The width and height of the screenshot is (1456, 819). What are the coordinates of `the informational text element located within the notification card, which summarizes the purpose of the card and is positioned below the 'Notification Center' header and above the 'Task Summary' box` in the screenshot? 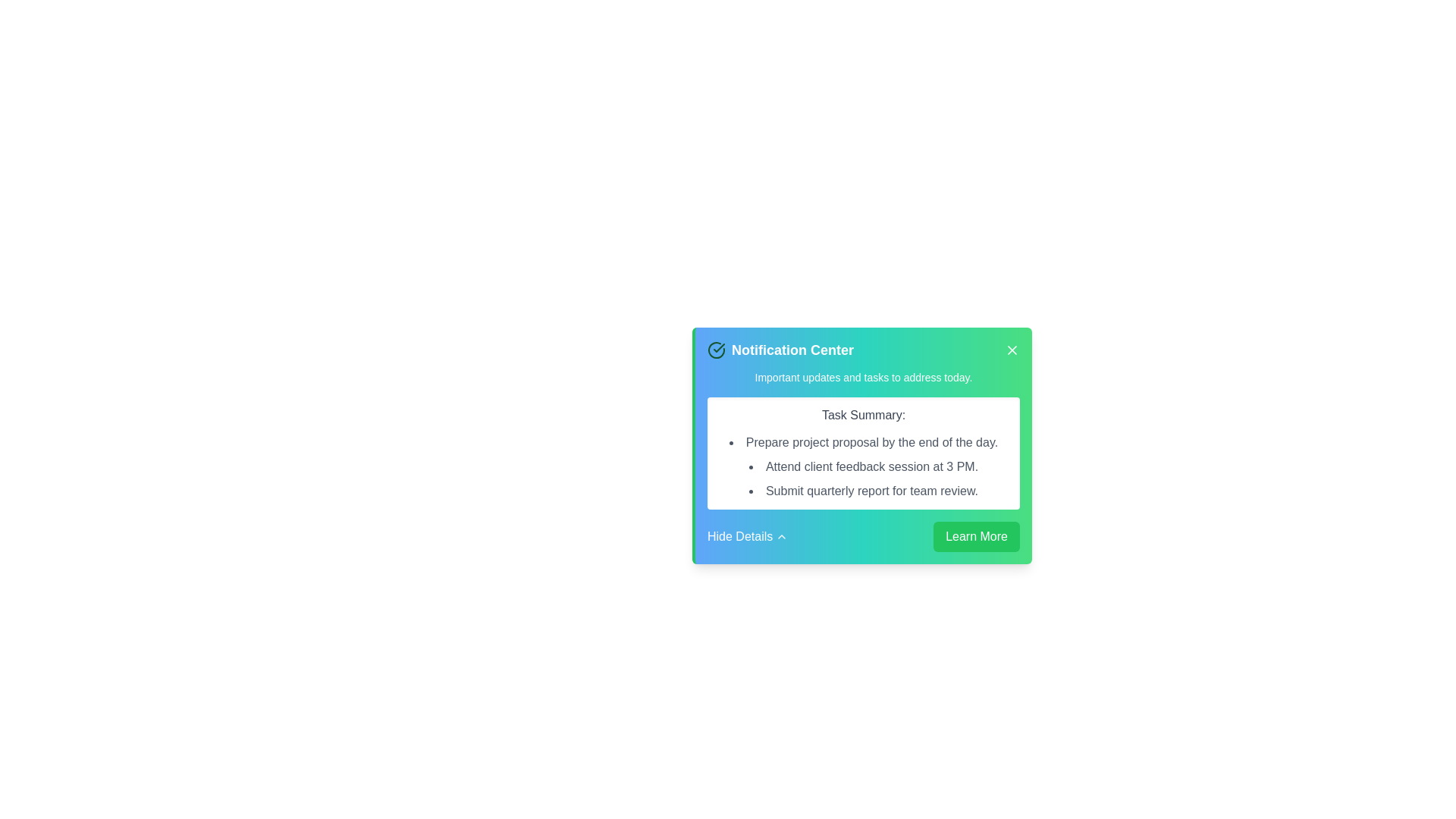 It's located at (863, 376).